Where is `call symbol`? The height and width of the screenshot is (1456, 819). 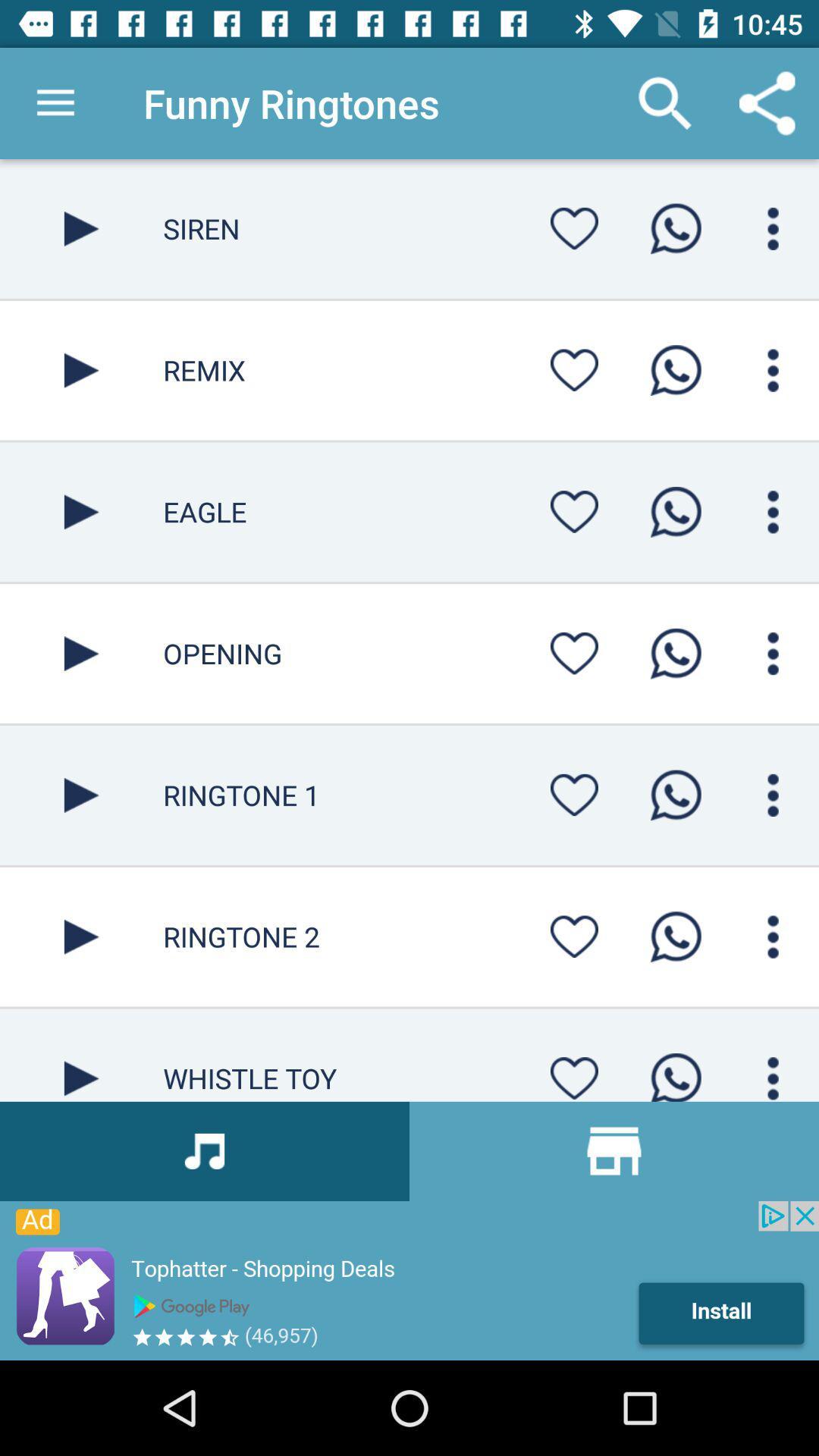
call symbol is located at coordinates (675, 512).